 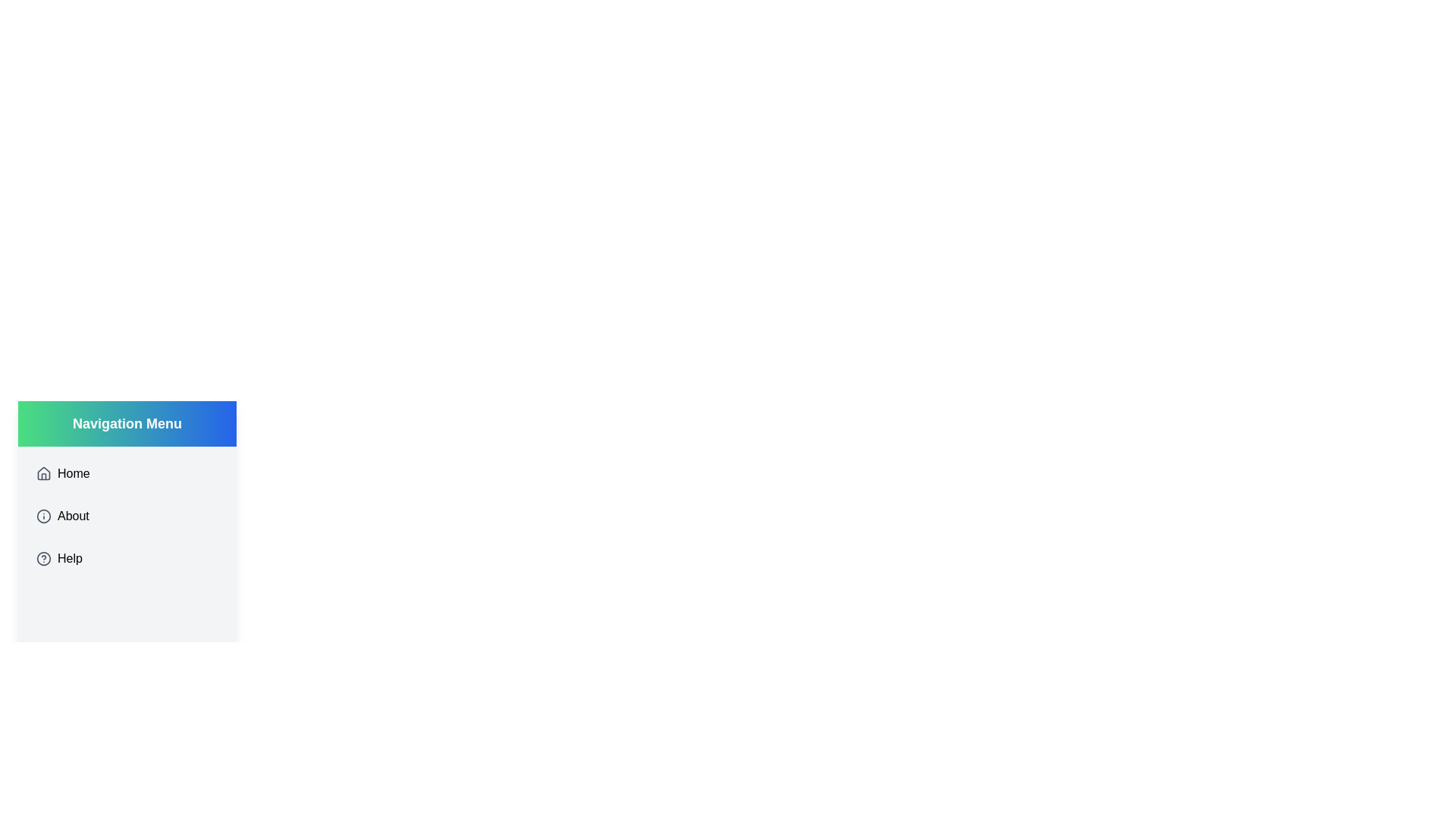 What do you see at coordinates (127, 424) in the screenshot?
I see `the 'Navigation Menu' header element, which is a rectangular block with a gradient background from green to blue, containing bold white capitalized text, centered in the sidebar menu` at bounding box center [127, 424].